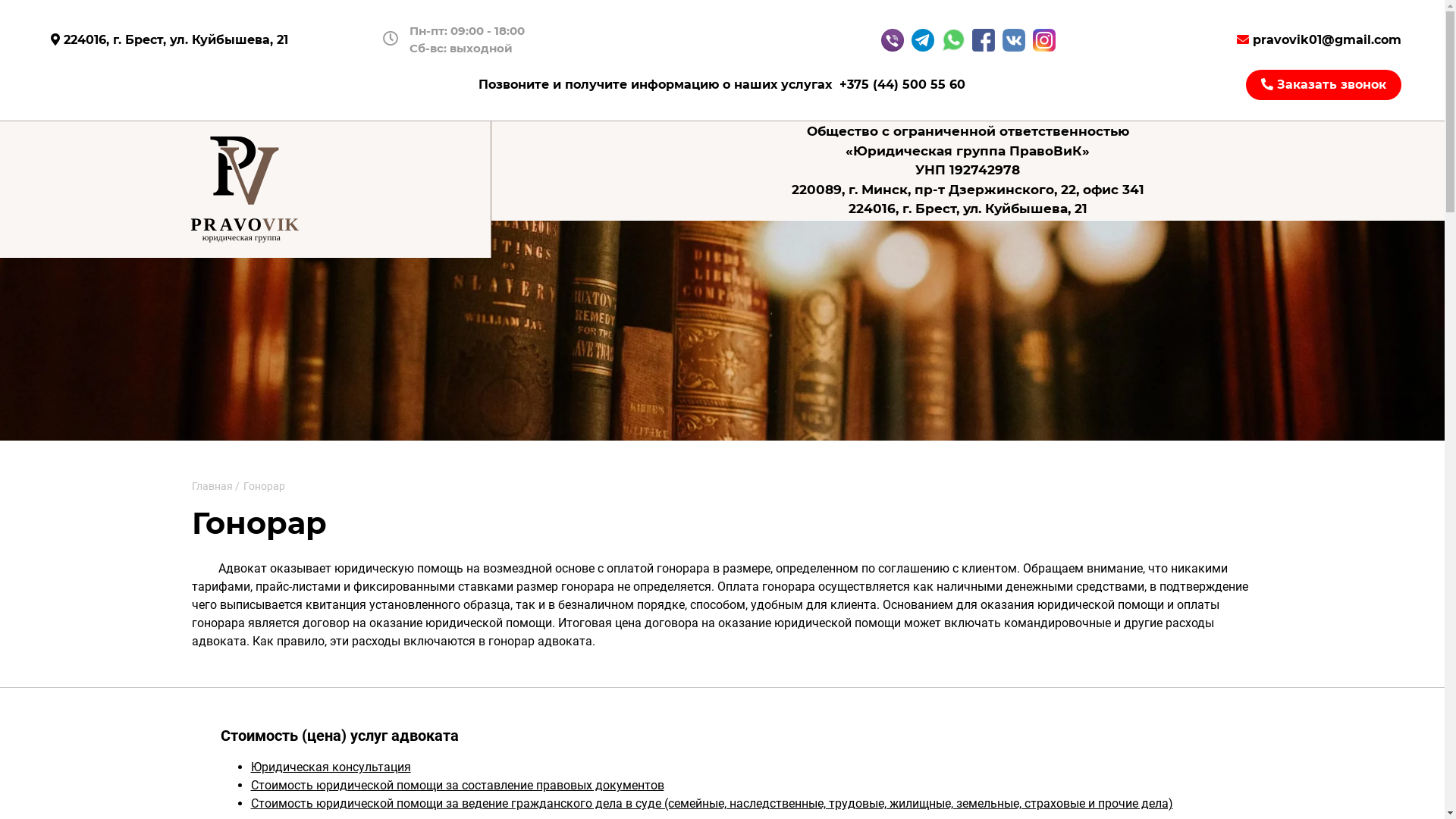 This screenshot has width=1456, height=819. What do you see at coordinates (902, 84) in the screenshot?
I see `'+375 (44) 500 55 60'` at bounding box center [902, 84].